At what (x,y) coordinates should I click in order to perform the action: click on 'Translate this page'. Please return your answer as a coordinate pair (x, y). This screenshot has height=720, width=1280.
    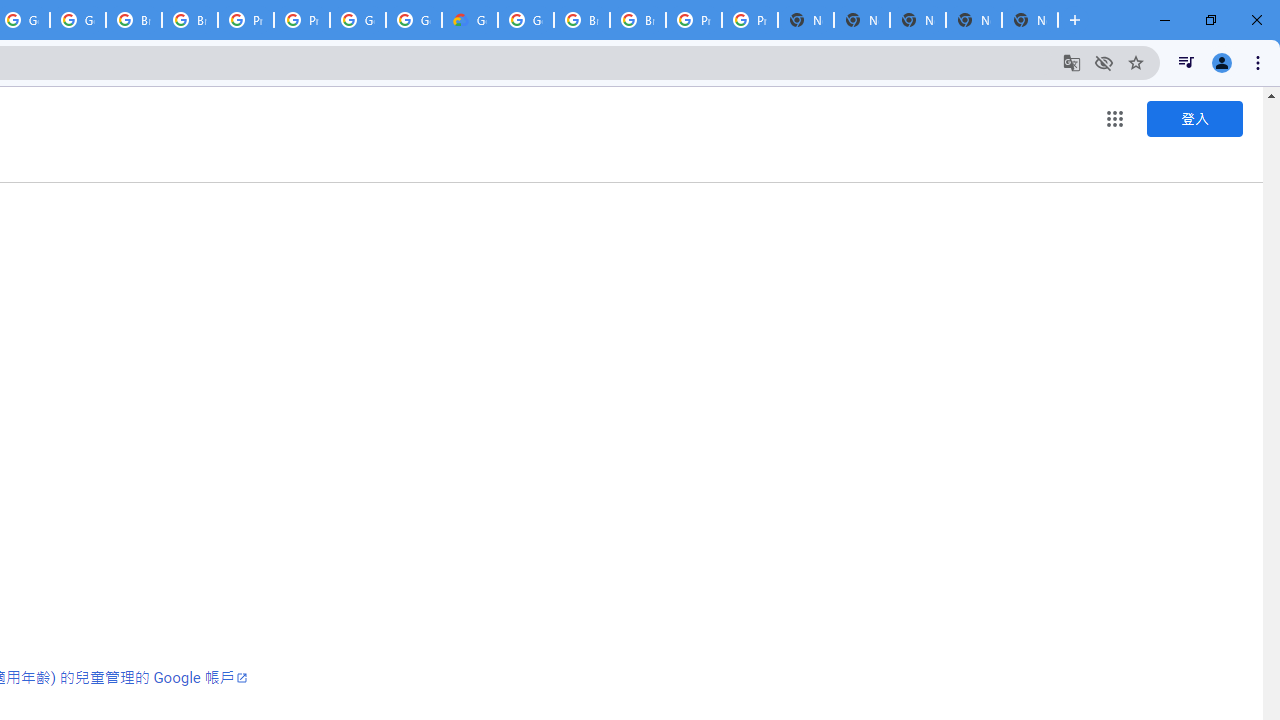
    Looking at the image, I should click on (1071, 61).